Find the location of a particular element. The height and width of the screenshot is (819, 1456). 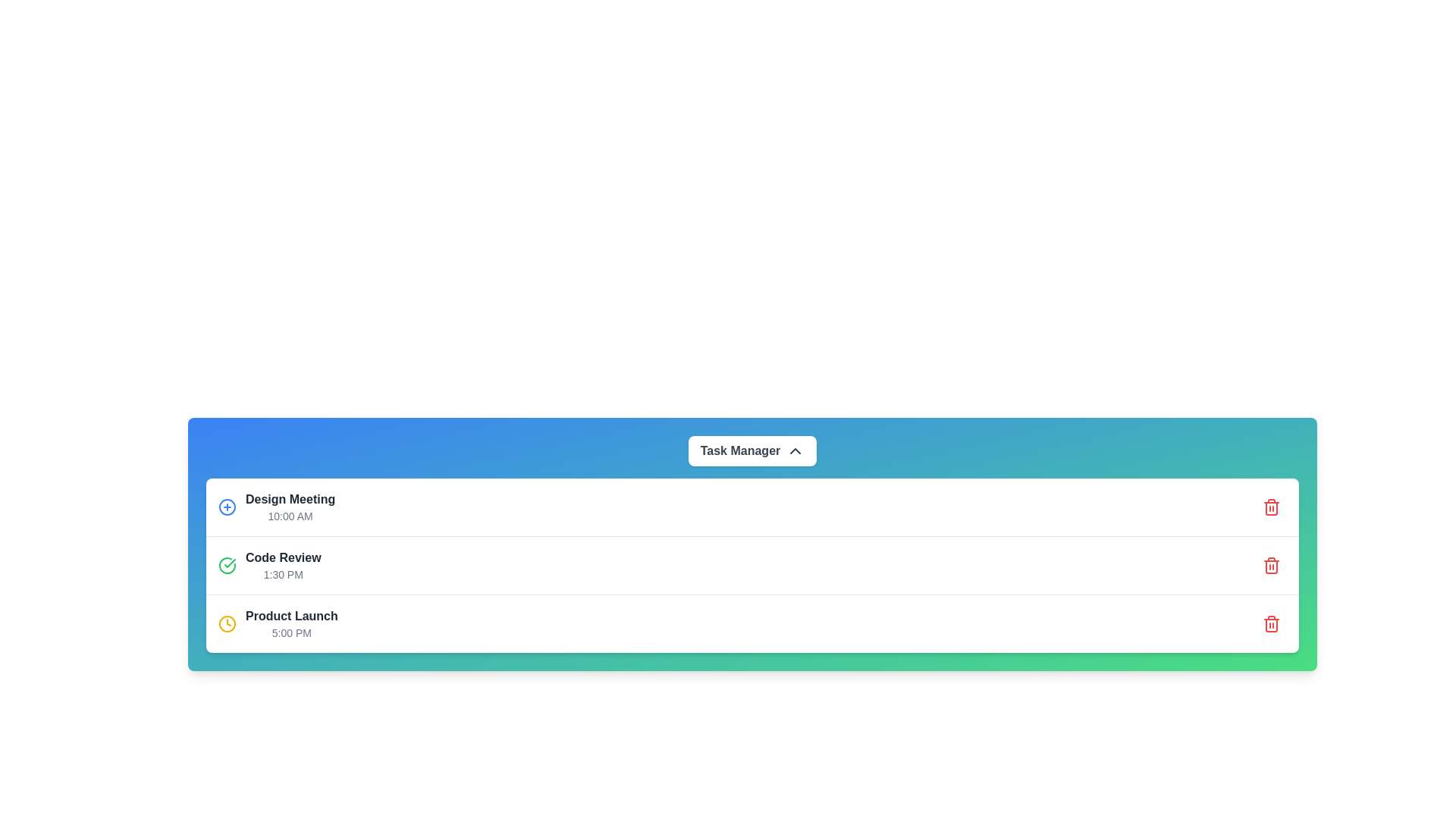

the small upward-facing chevron icon within the 'Task Manager' button is located at coordinates (795, 450).